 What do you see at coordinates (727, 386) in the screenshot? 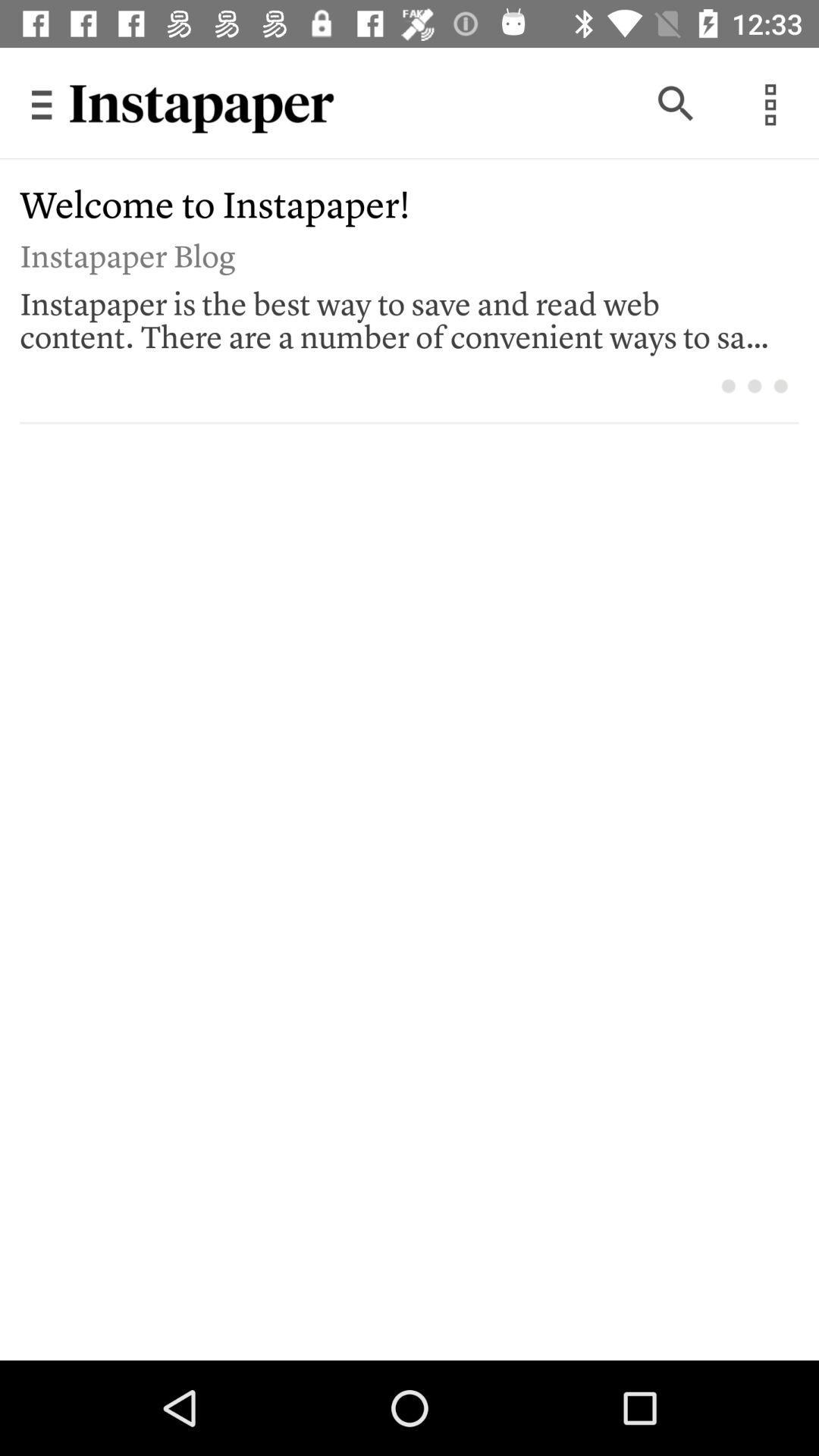
I see `icon below the instapaper is the item` at bounding box center [727, 386].